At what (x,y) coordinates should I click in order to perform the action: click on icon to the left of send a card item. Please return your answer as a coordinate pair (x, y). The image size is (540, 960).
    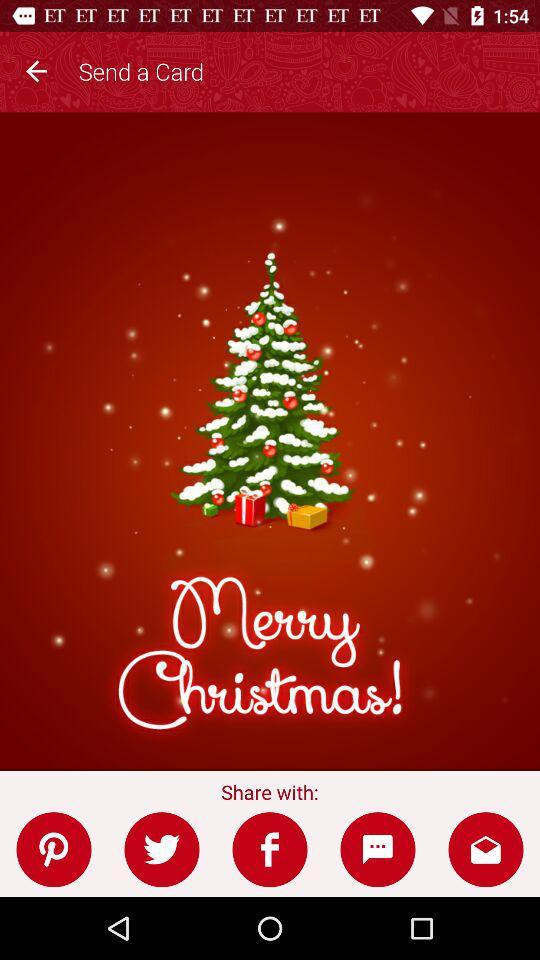
    Looking at the image, I should click on (36, 68).